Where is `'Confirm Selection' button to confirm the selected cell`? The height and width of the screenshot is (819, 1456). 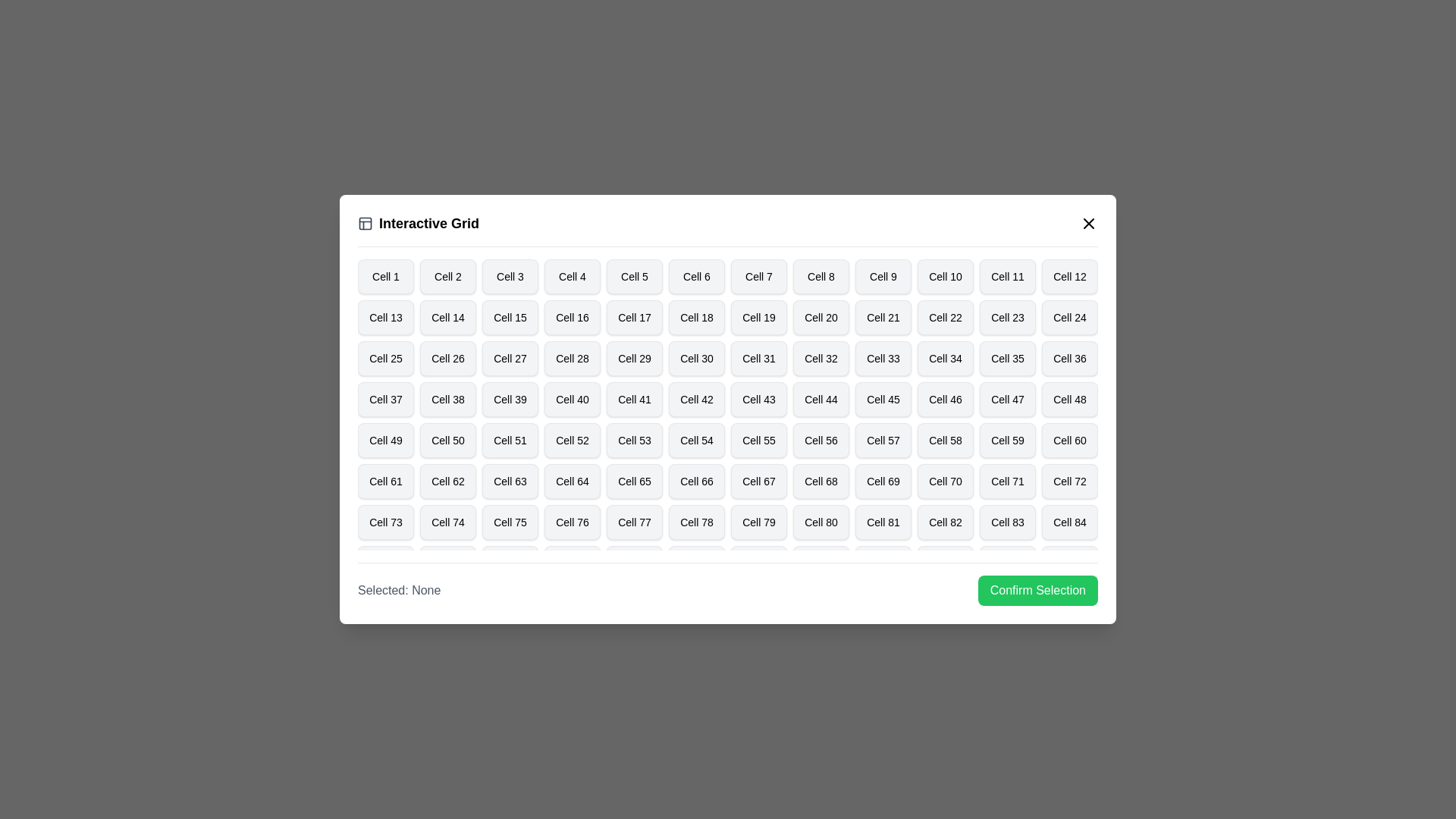
'Confirm Selection' button to confirm the selected cell is located at coordinates (1037, 590).